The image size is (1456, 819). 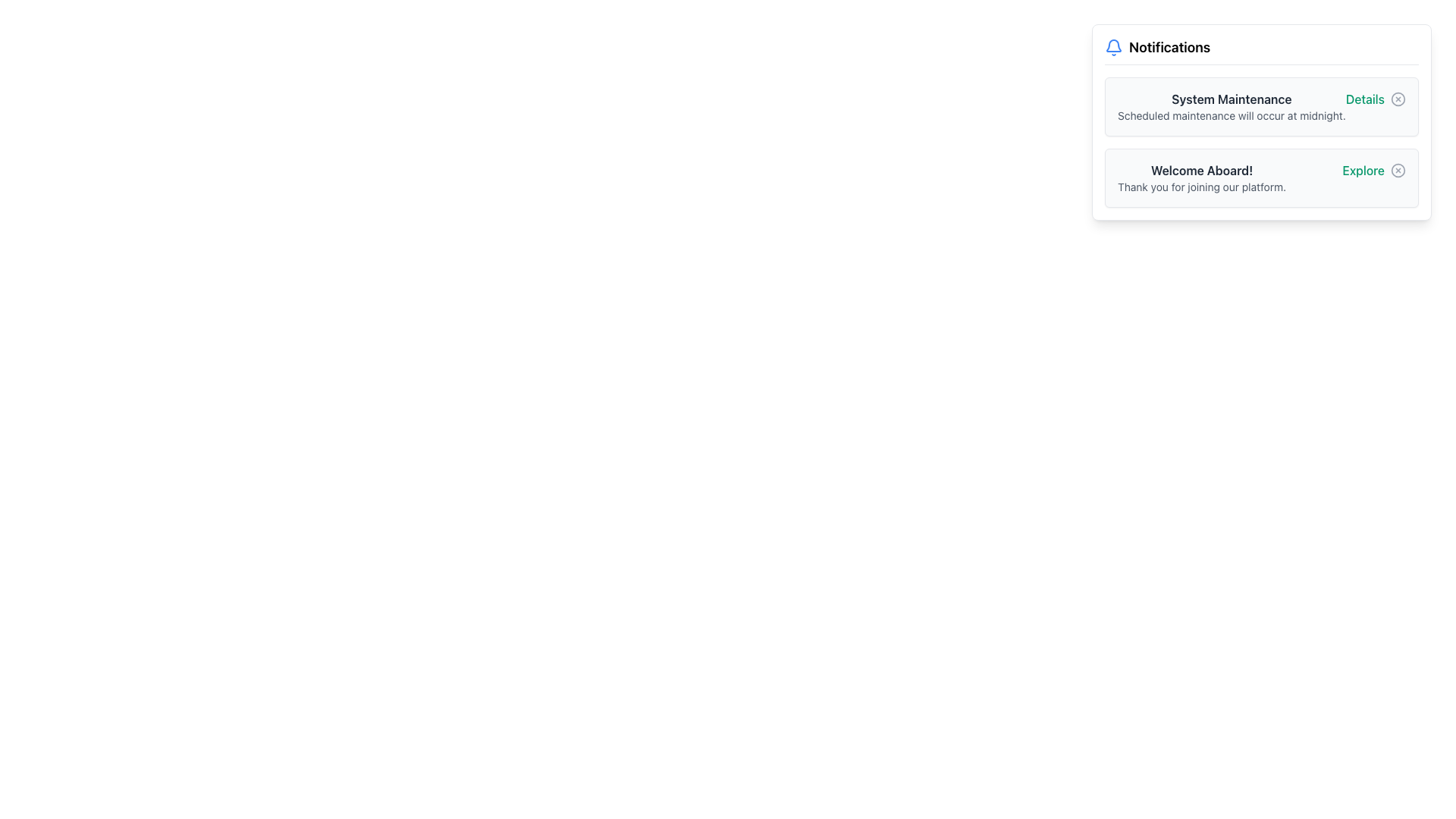 What do you see at coordinates (1365, 99) in the screenshot?
I see `the 'Details' hyperlink styled in emerald green, located near the top-right of the 'System Maintenance' notification section` at bounding box center [1365, 99].